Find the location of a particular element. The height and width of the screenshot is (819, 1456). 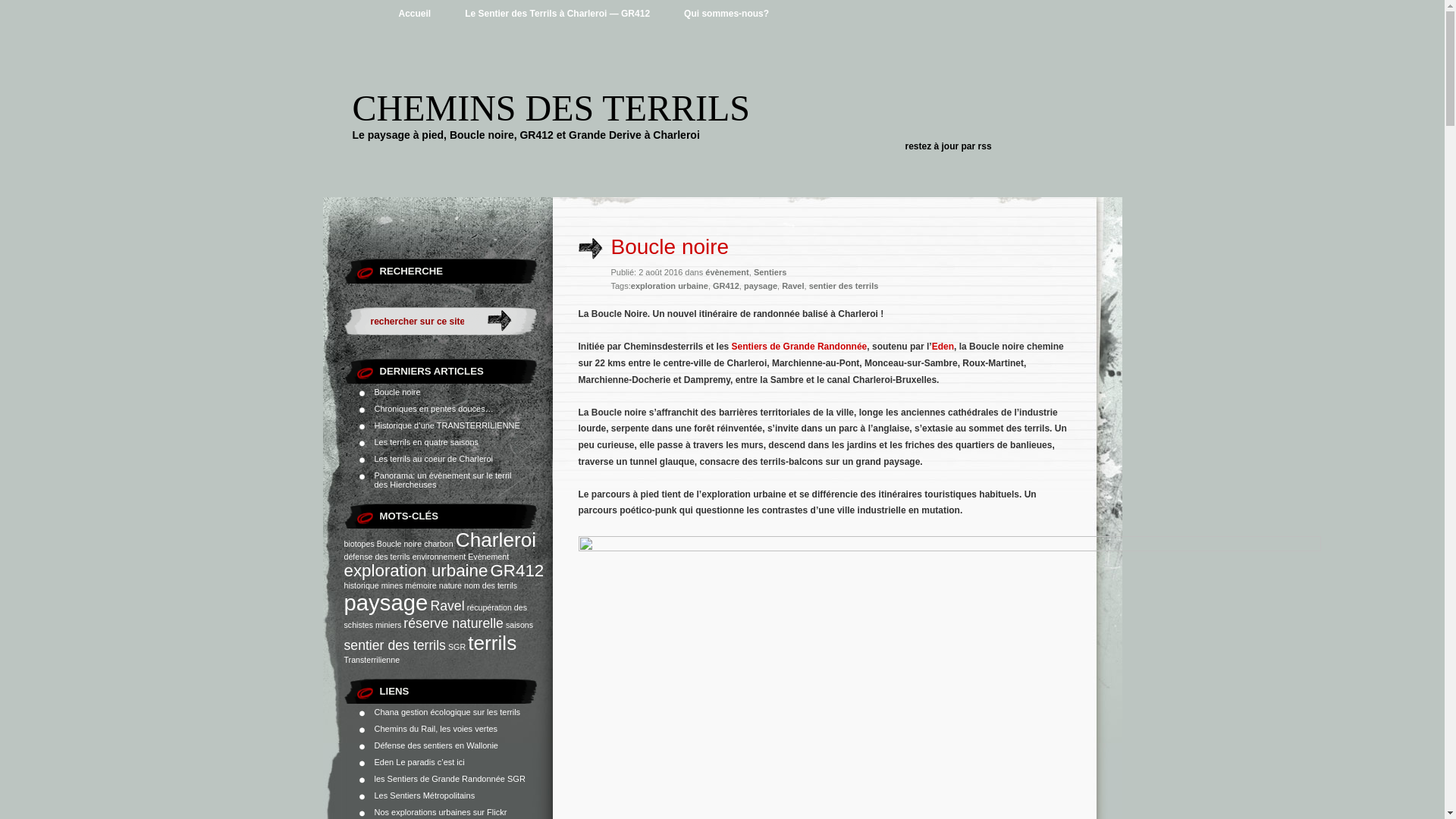

'Qui sommes-nous?' is located at coordinates (726, 14).